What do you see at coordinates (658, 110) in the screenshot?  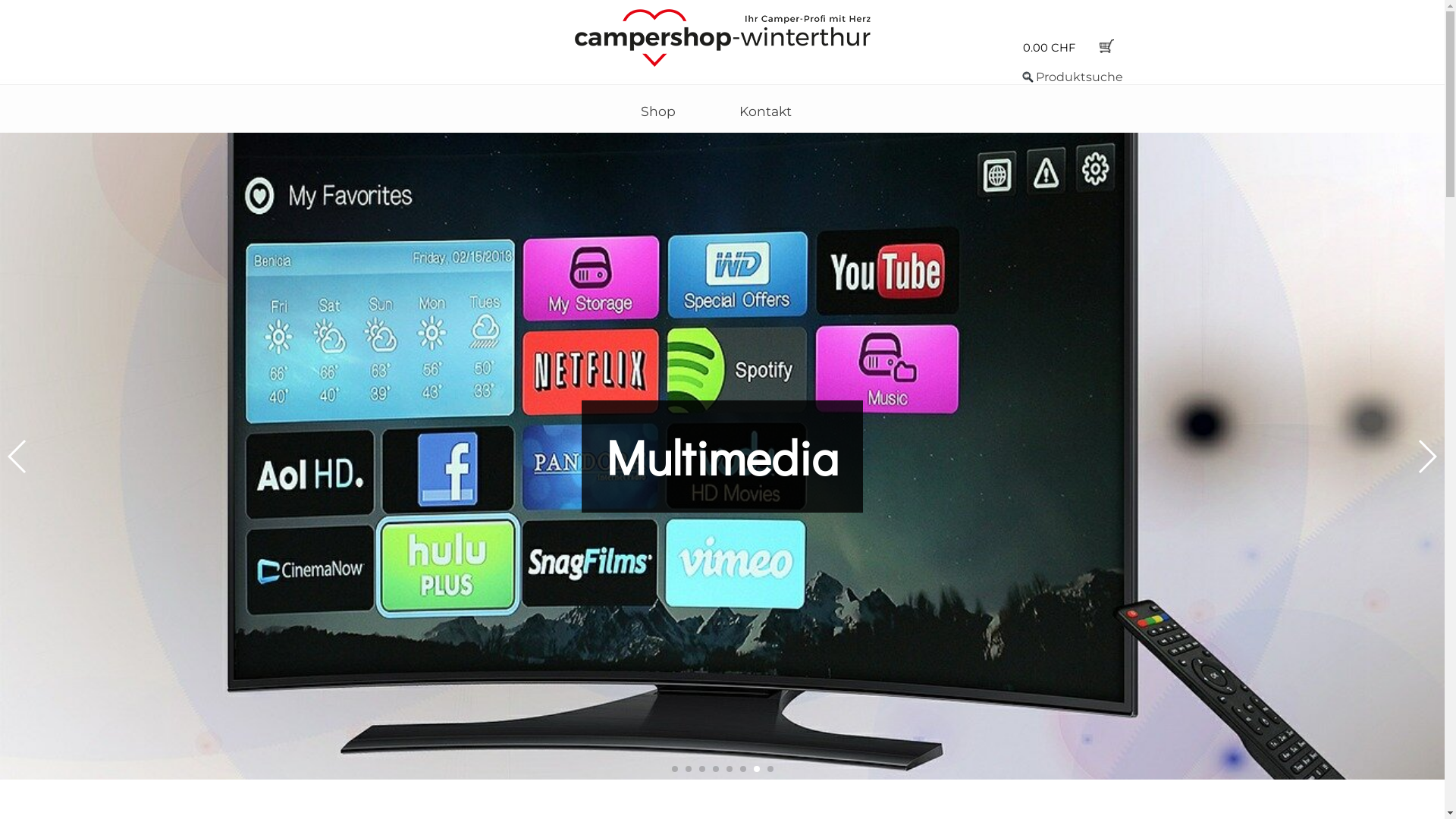 I see `'Shop'` at bounding box center [658, 110].